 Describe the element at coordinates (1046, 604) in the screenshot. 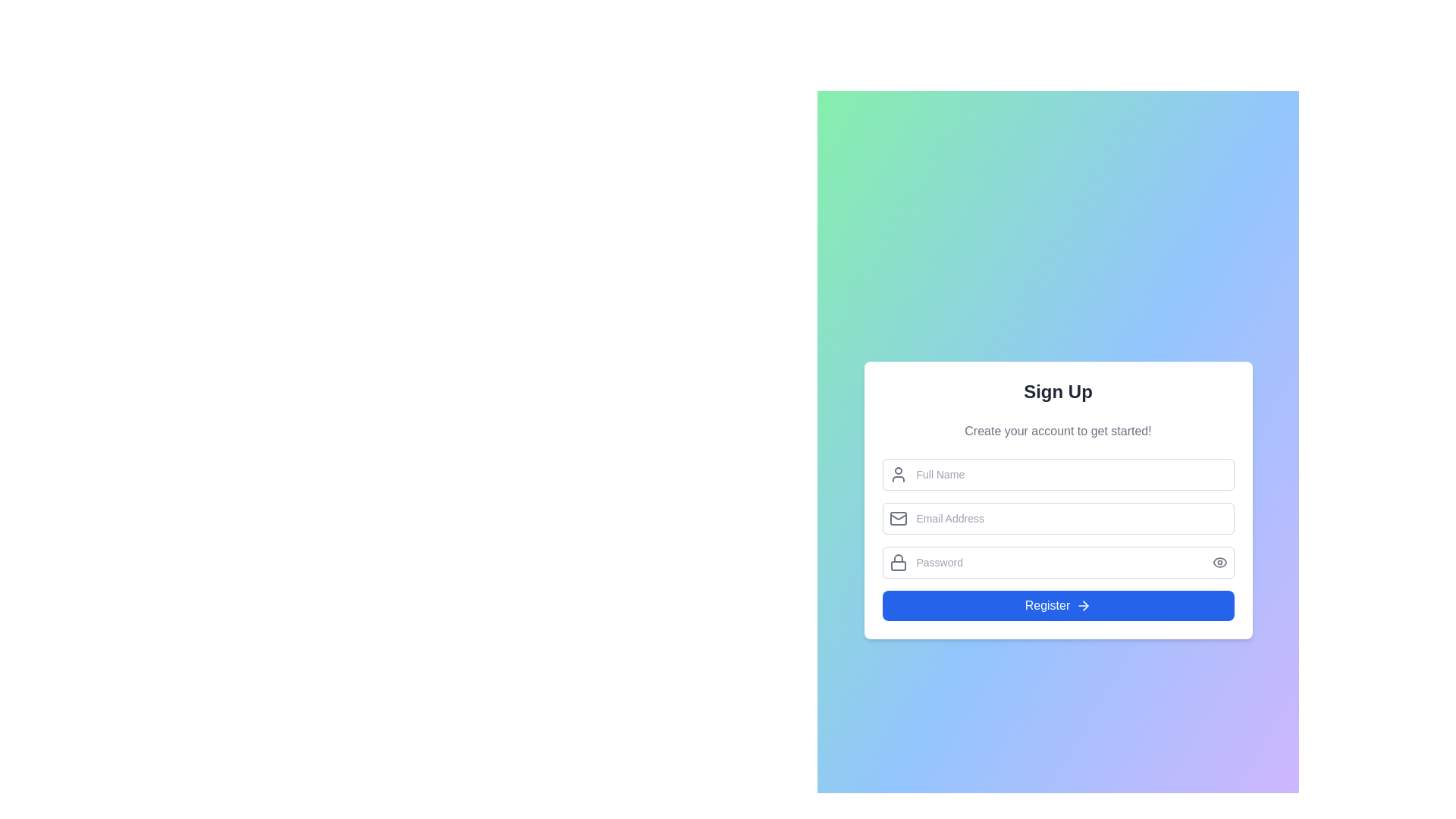

I see `the text label inside the button that indicates user registration or account creation, located centrally within the sign-up form interface` at that location.